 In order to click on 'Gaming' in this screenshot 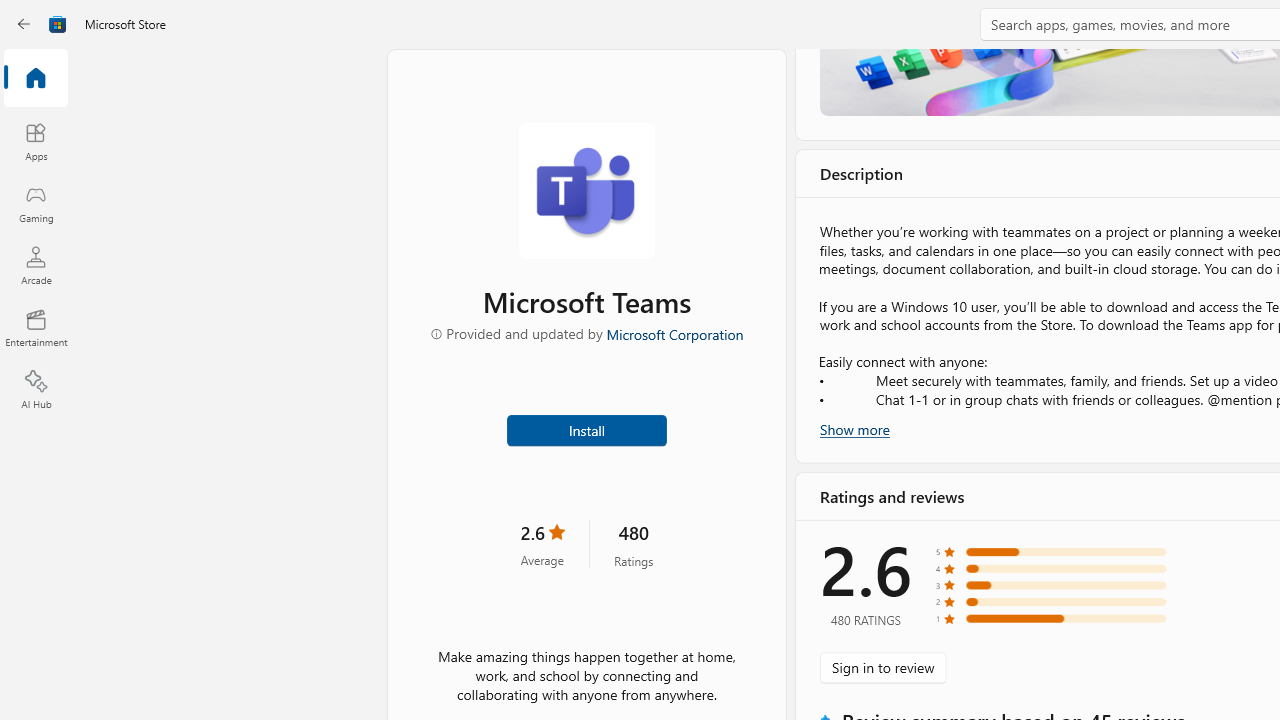, I will do `click(35, 203)`.